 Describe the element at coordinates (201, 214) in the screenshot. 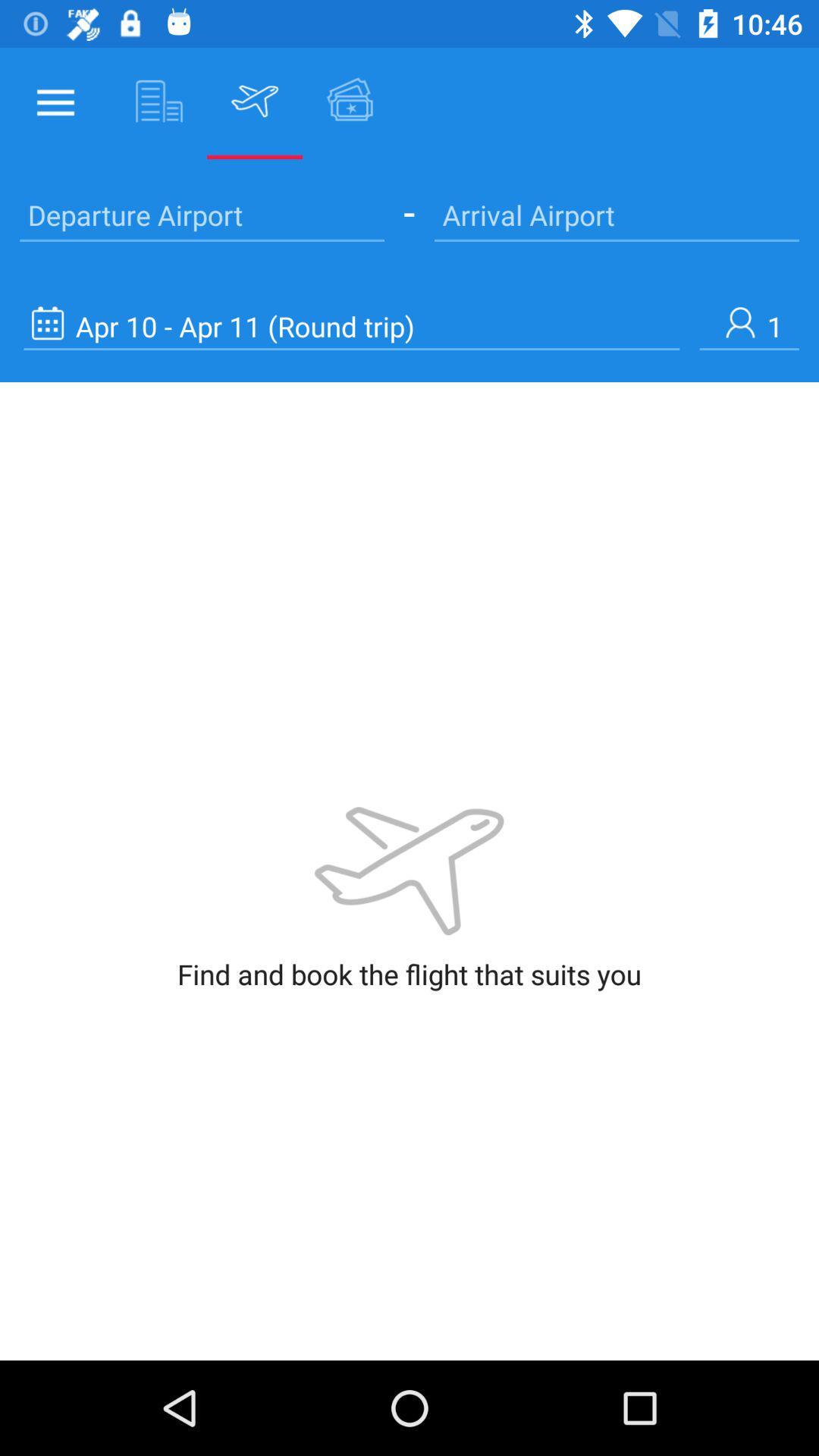

I see `the text departure airport` at that location.